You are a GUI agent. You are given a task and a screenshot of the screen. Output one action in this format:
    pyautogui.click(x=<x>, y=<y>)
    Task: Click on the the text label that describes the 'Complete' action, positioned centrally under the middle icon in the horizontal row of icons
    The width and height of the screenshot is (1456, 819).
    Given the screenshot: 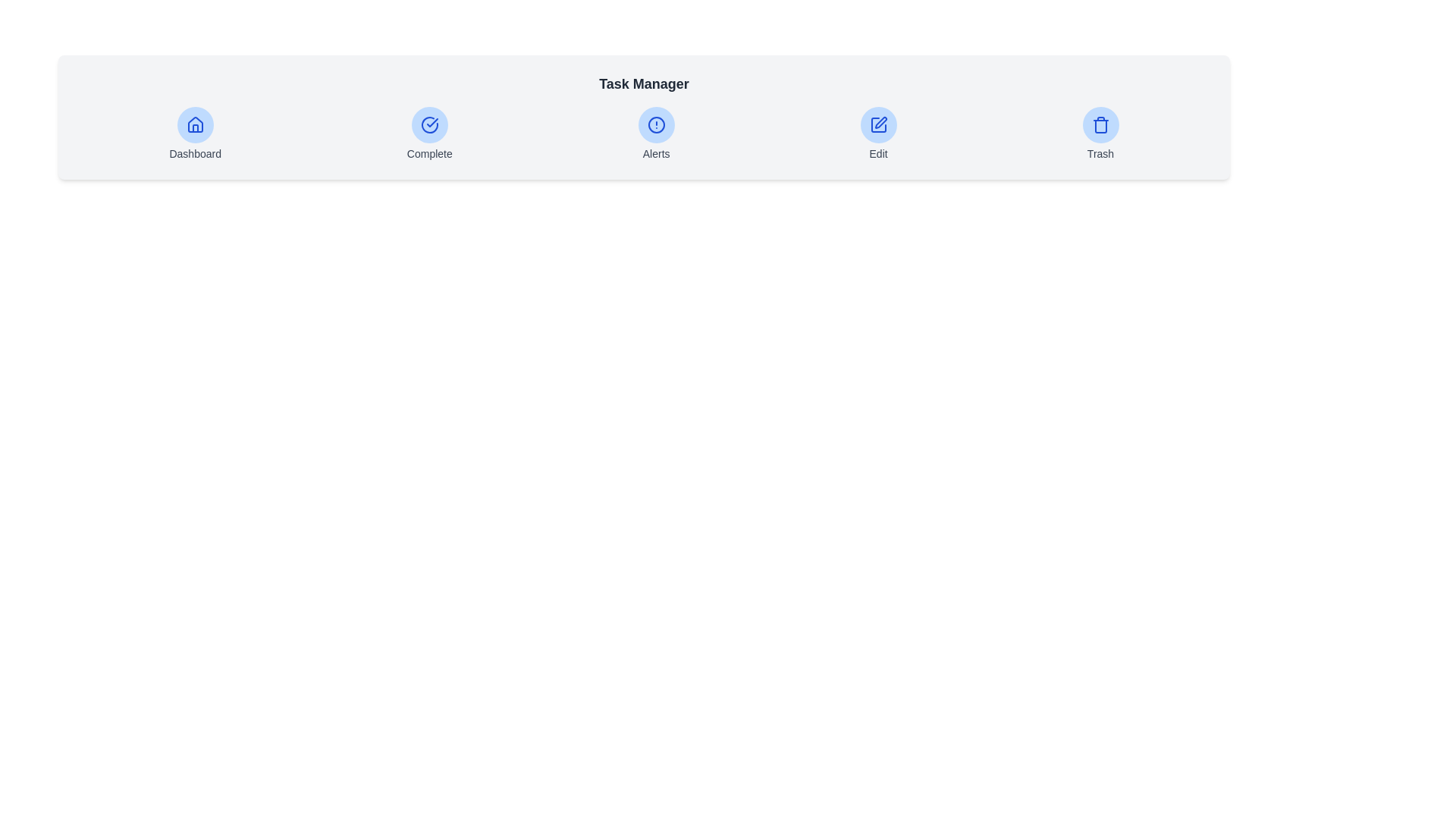 What is the action you would take?
    pyautogui.click(x=428, y=154)
    